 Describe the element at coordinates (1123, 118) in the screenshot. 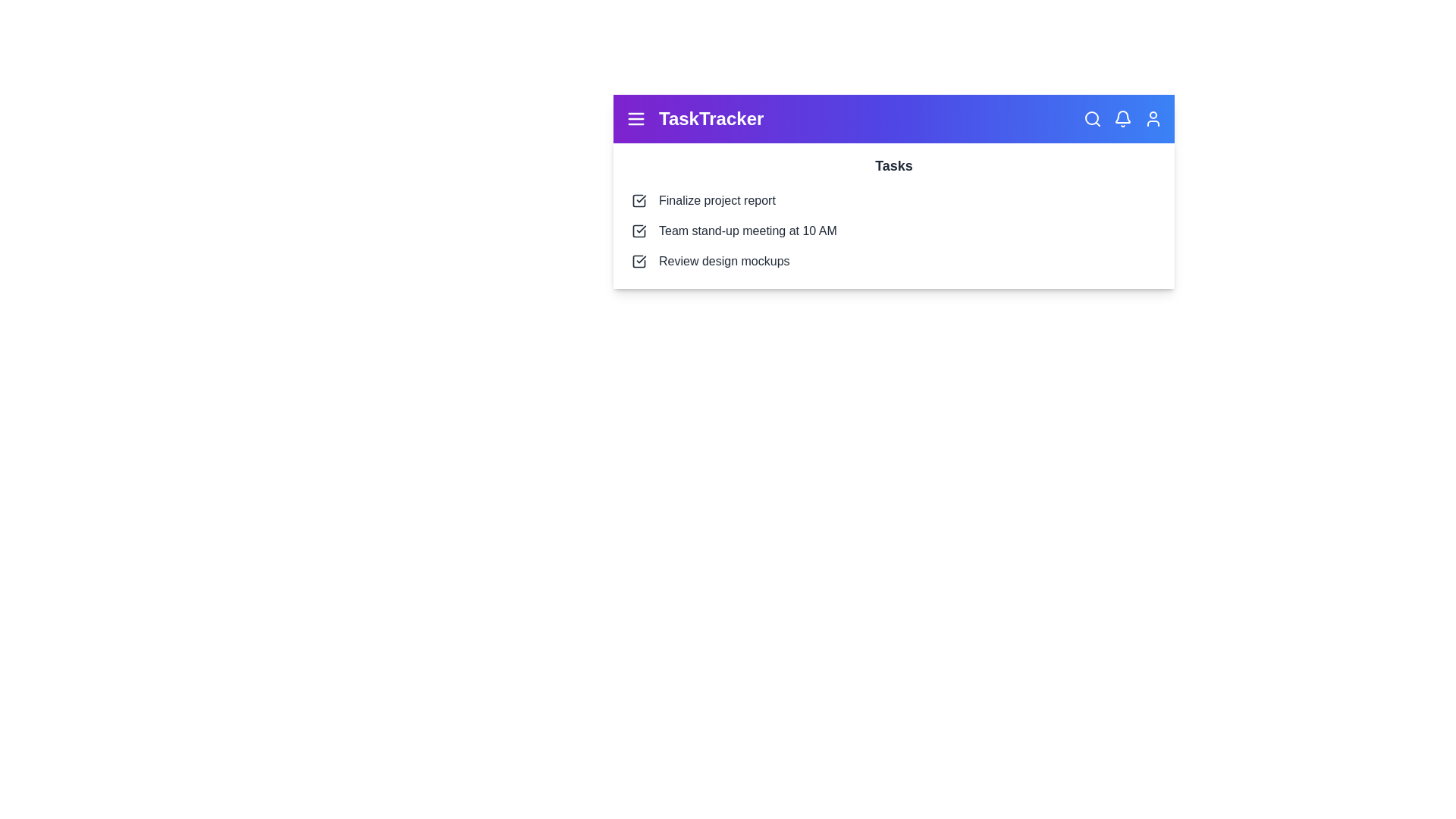

I see `the notification icon in the app bar` at that location.